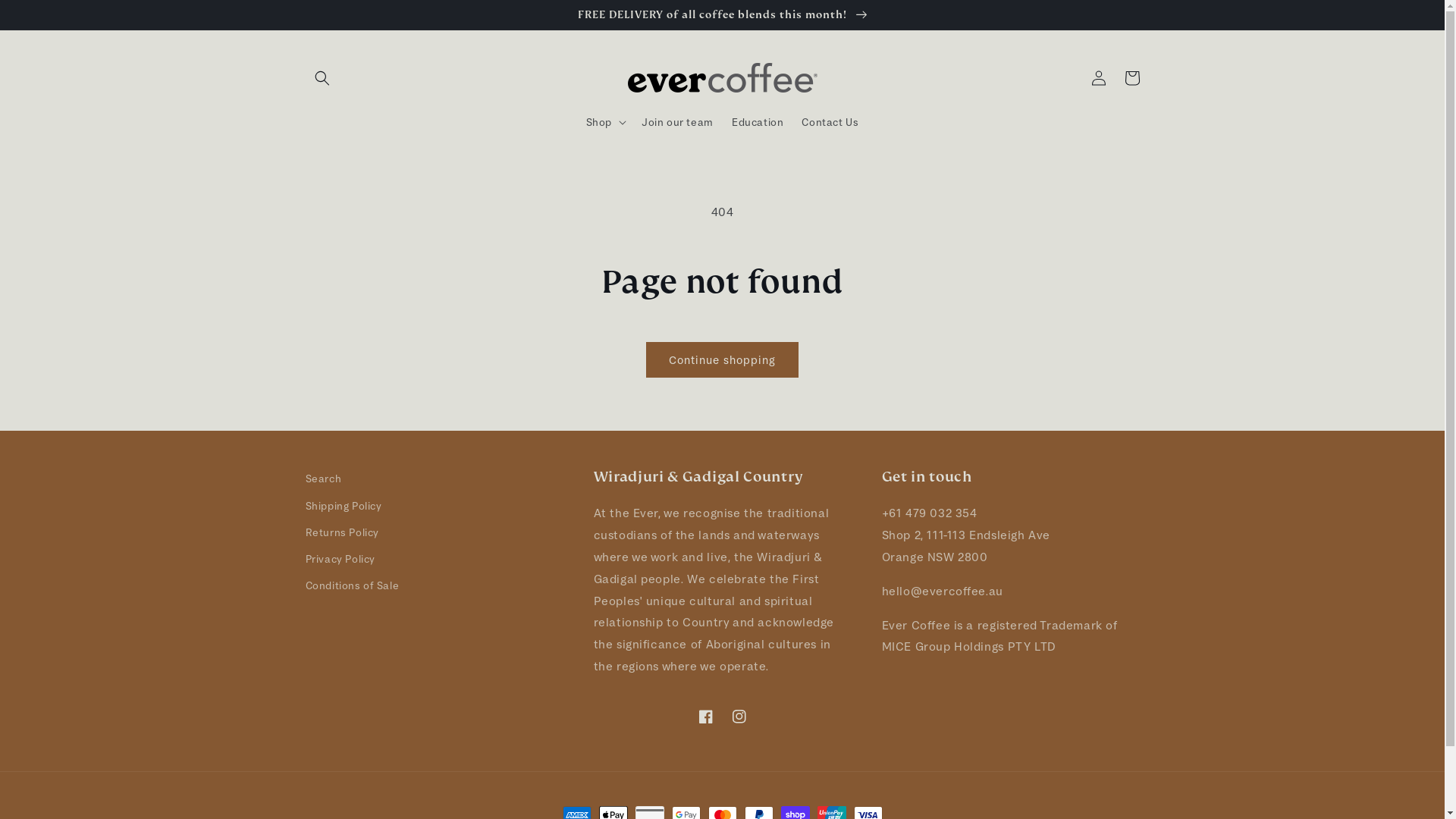  I want to click on 'Conditions of Sale', so click(304, 585).